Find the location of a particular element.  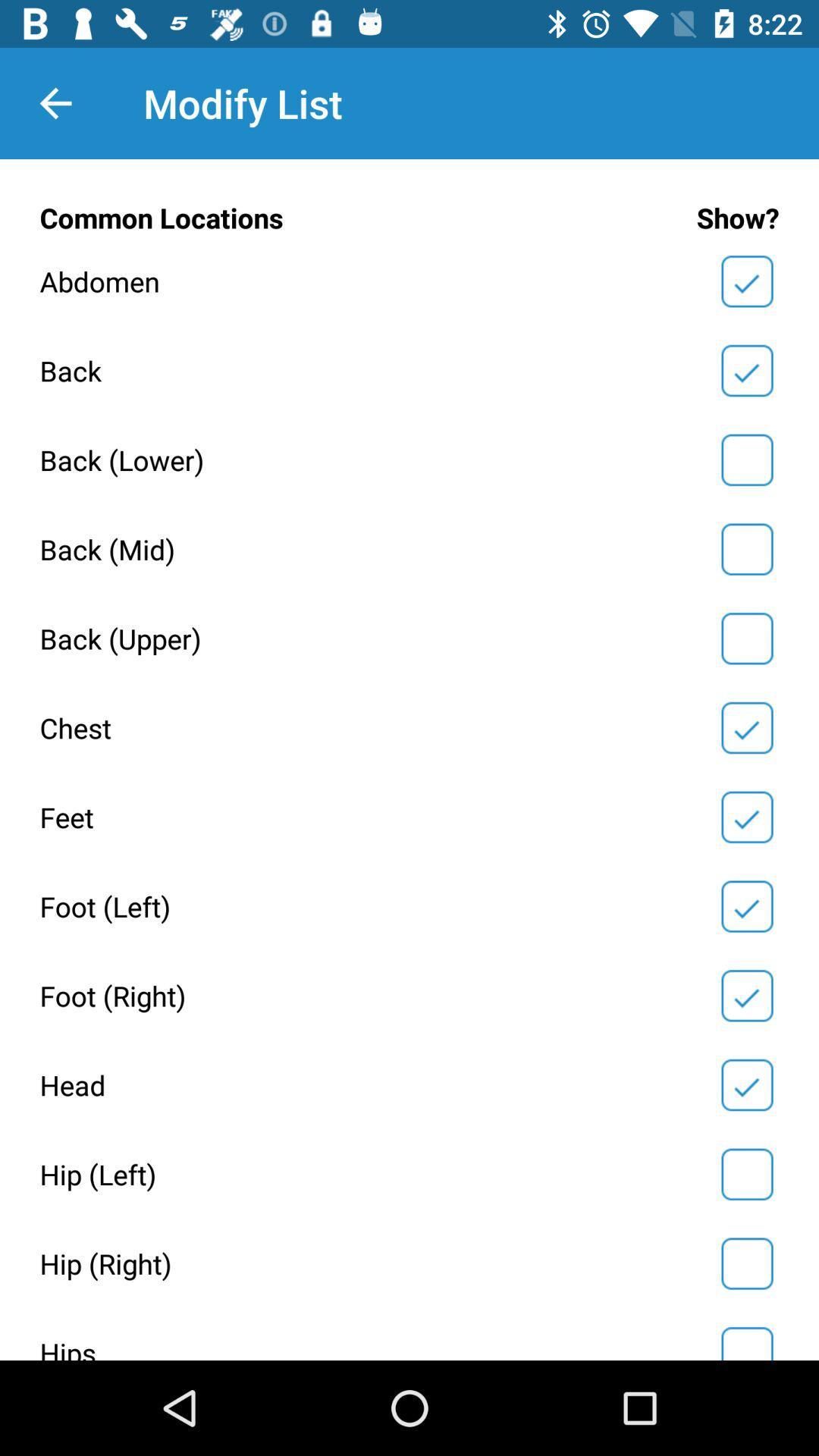

select/deselect back mid is located at coordinates (746, 548).